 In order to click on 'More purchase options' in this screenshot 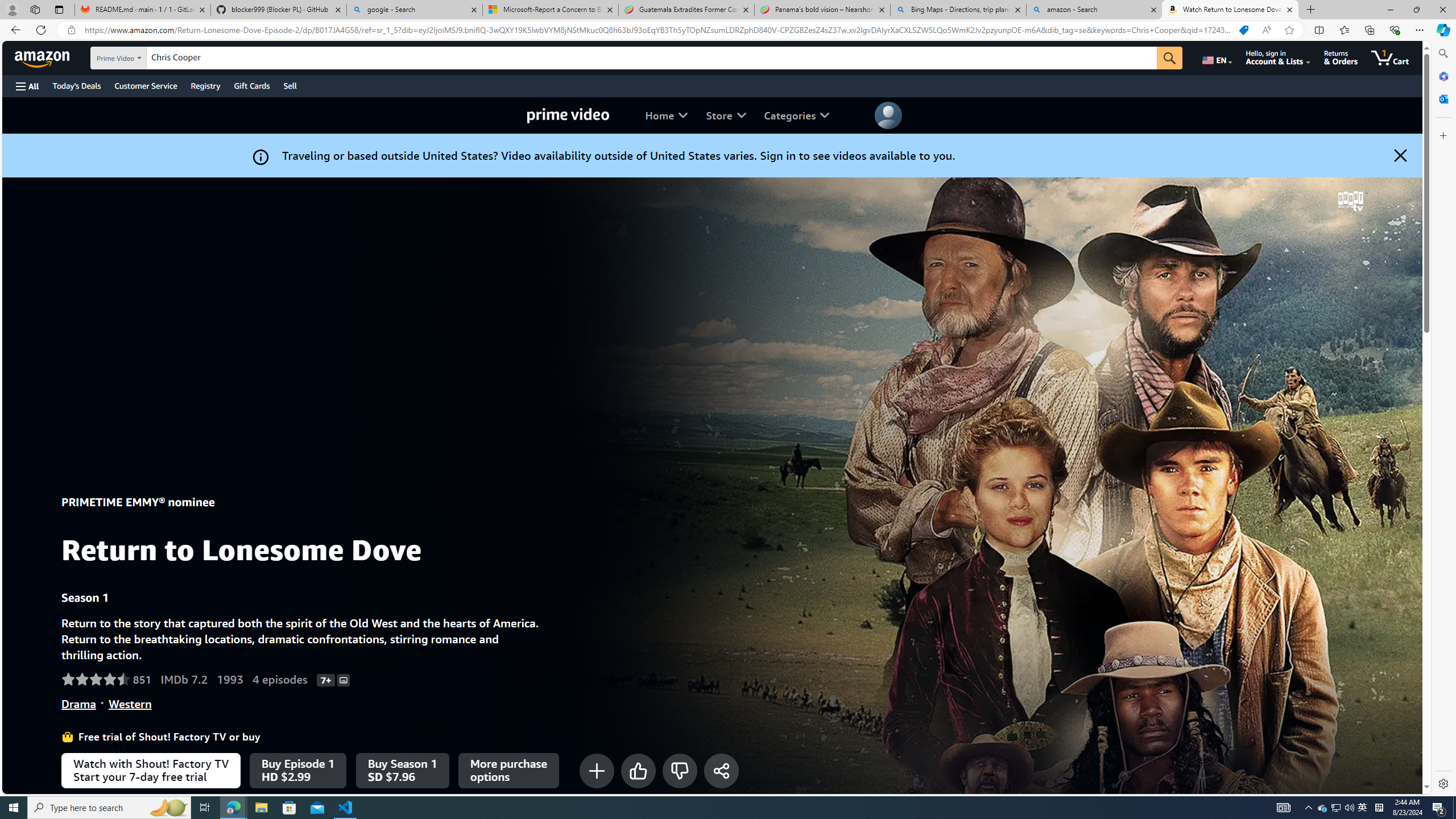, I will do `click(507, 770)`.